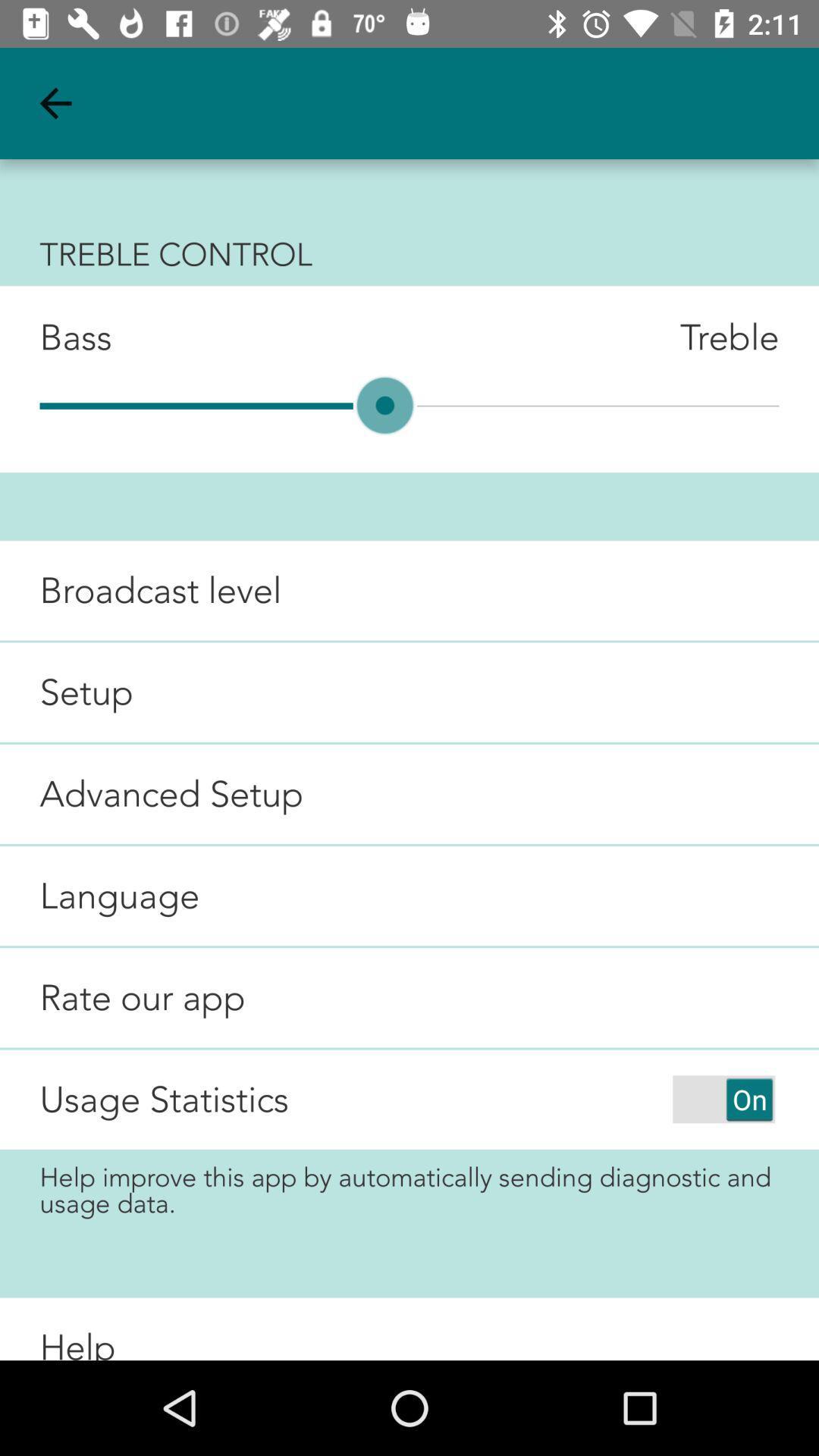 The width and height of the screenshot is (819, 1456). Describe the element at coordinates (723, 1099) in the screenshot. I see `the icon above help improve this icon` at that location.